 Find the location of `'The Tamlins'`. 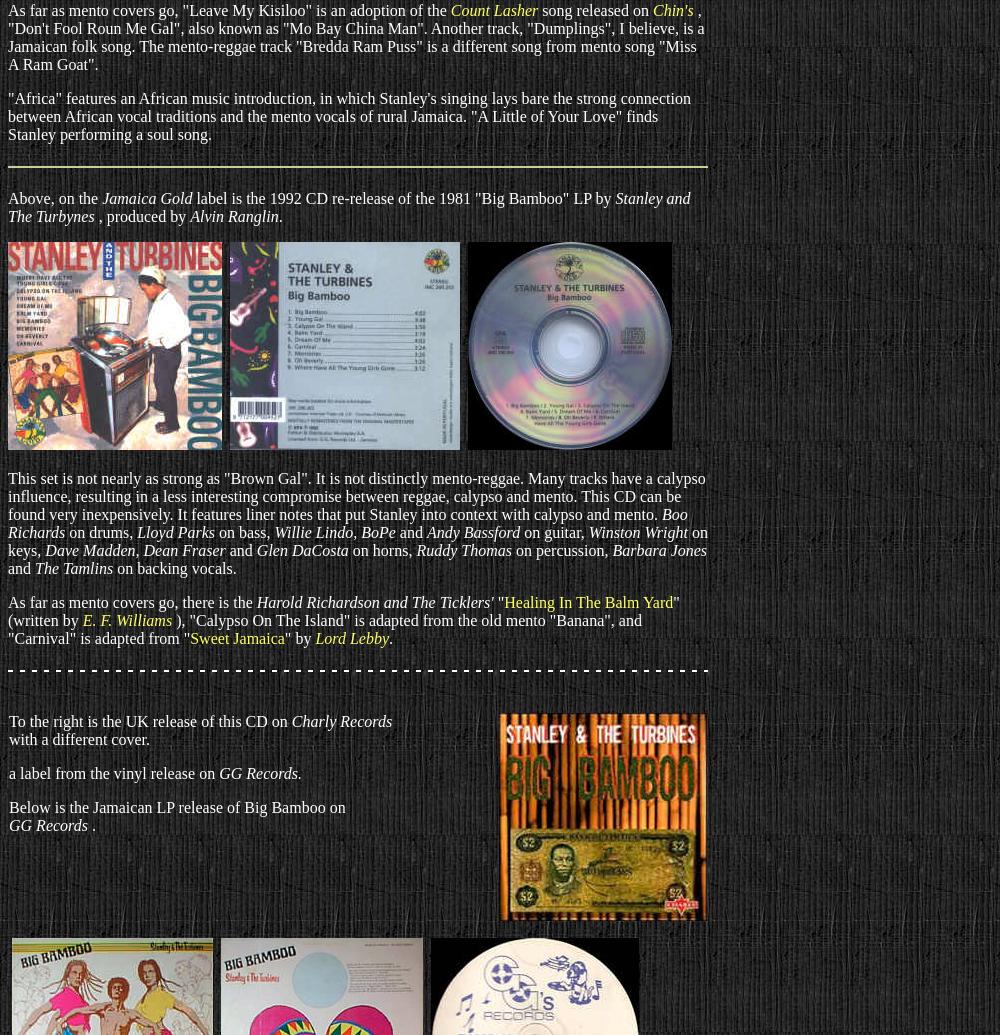

'The Tamlins' is located at coordinates (75, 567).